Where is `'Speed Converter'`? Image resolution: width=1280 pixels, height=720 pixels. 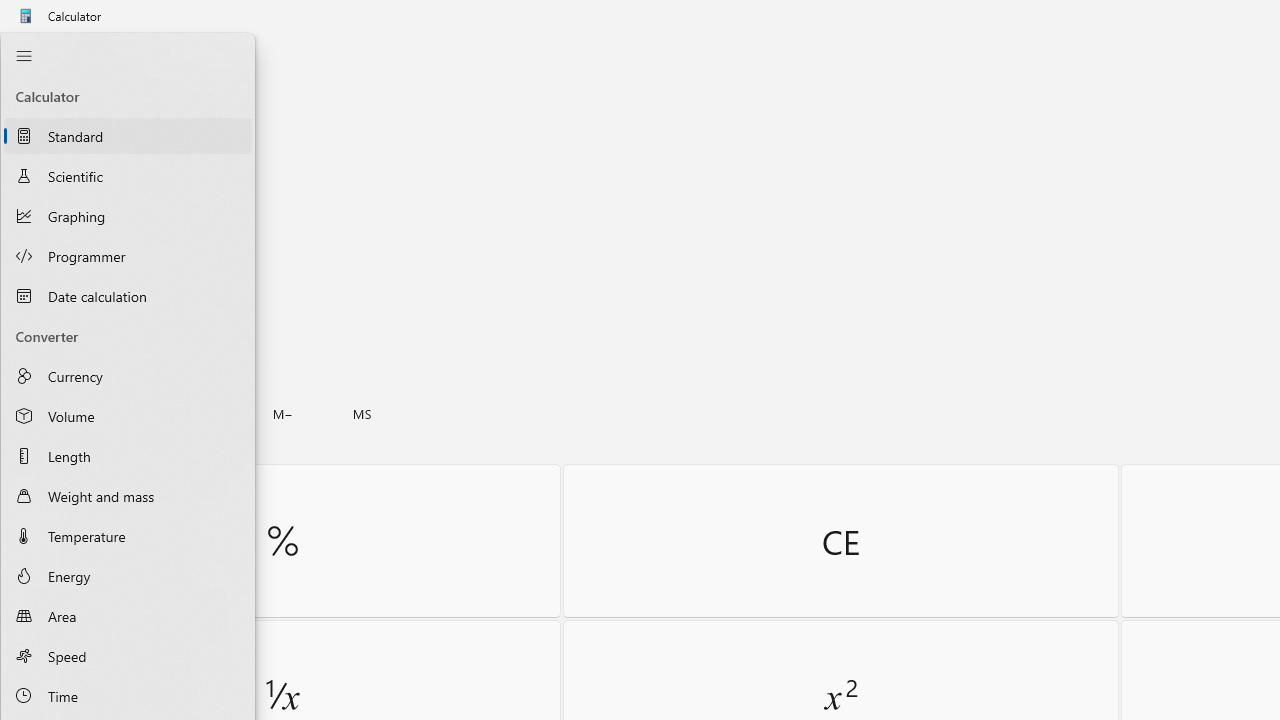 'Speed Converter' is located at coordinates (127, 655).